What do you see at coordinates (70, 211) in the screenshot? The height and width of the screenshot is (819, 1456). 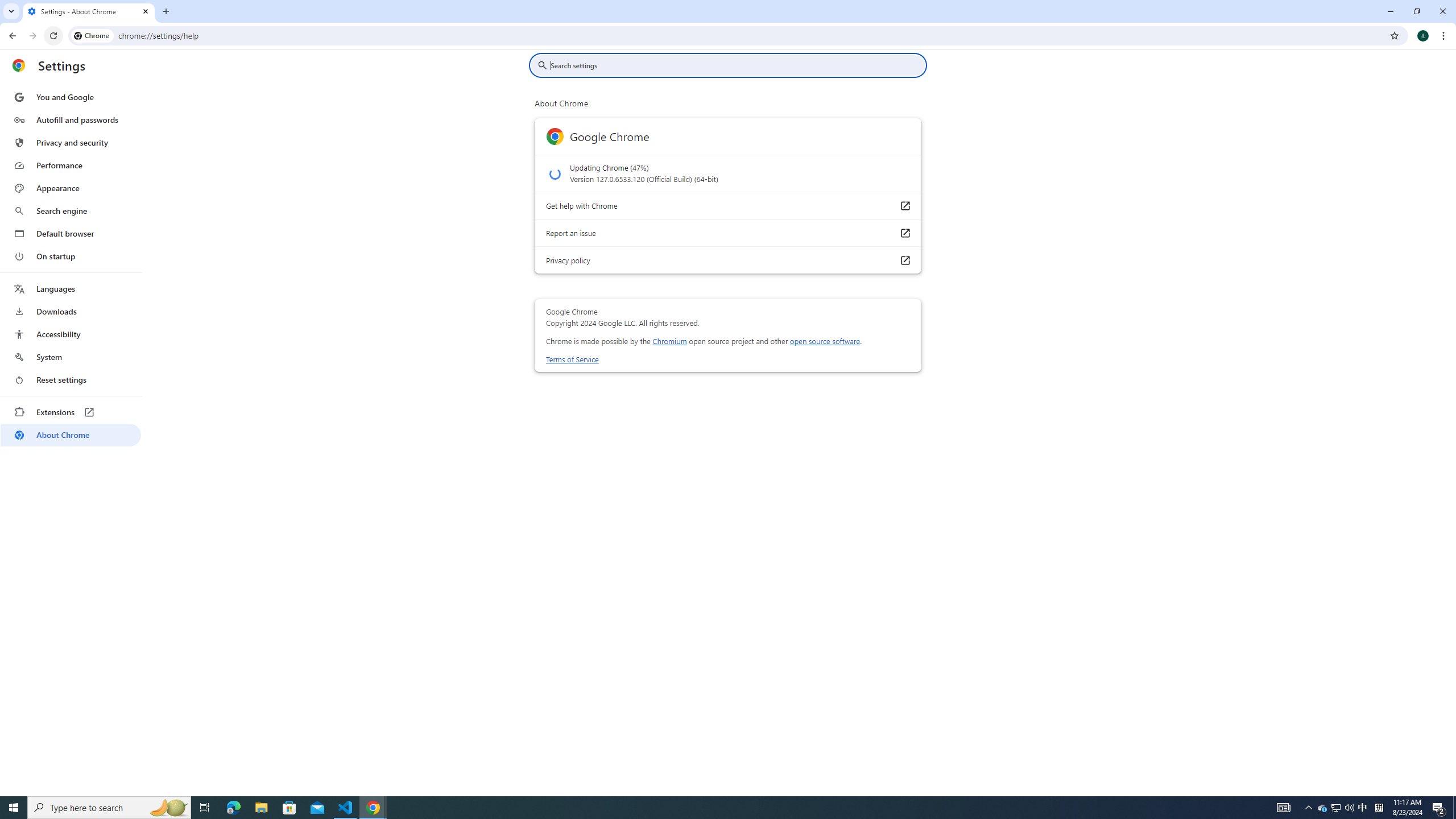 I see `'Search engine'` at bounding box center [70, 211].